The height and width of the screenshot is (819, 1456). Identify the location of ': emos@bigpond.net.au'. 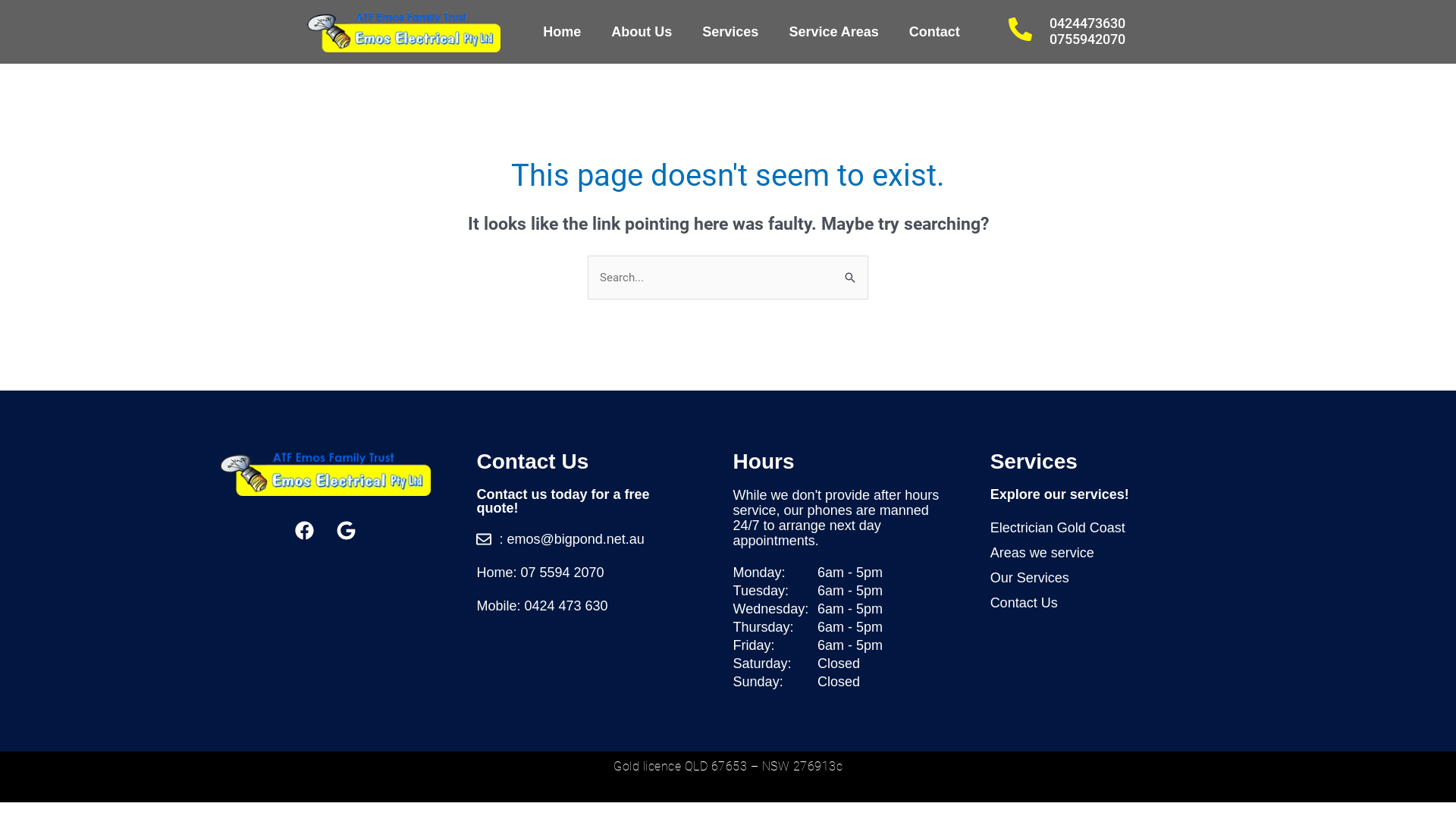
(581, 538).